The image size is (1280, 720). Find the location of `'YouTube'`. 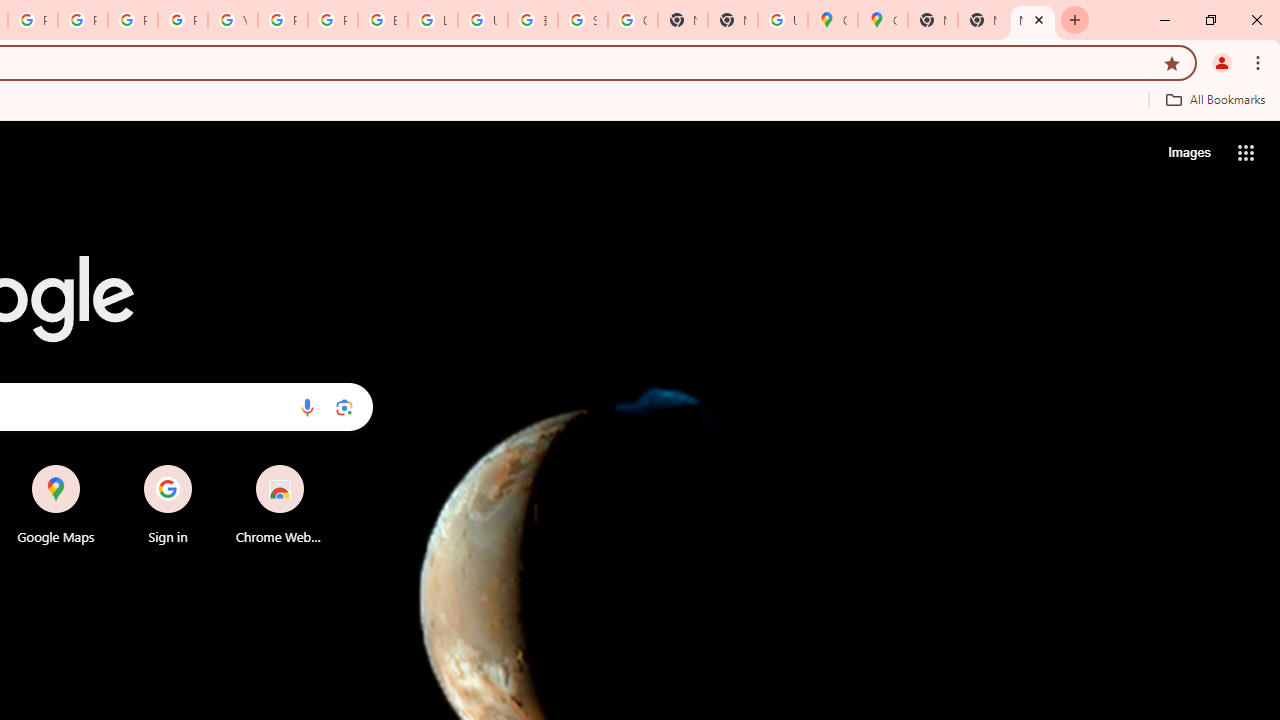

'YouTube' is located at coordinates (232, 20).